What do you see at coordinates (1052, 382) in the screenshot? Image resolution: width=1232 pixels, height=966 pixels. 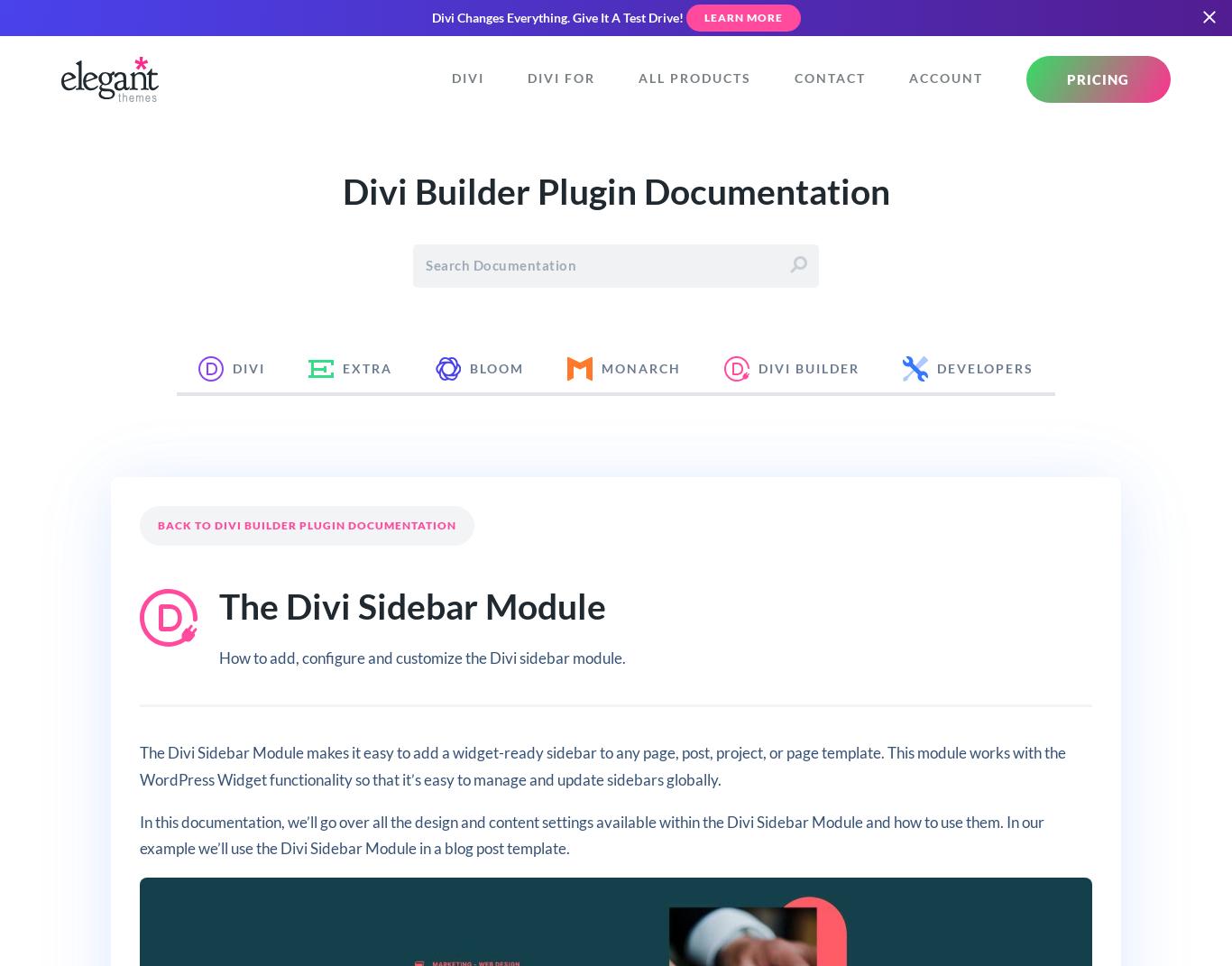 I see `'?'` at bounding box center [1052, 382].